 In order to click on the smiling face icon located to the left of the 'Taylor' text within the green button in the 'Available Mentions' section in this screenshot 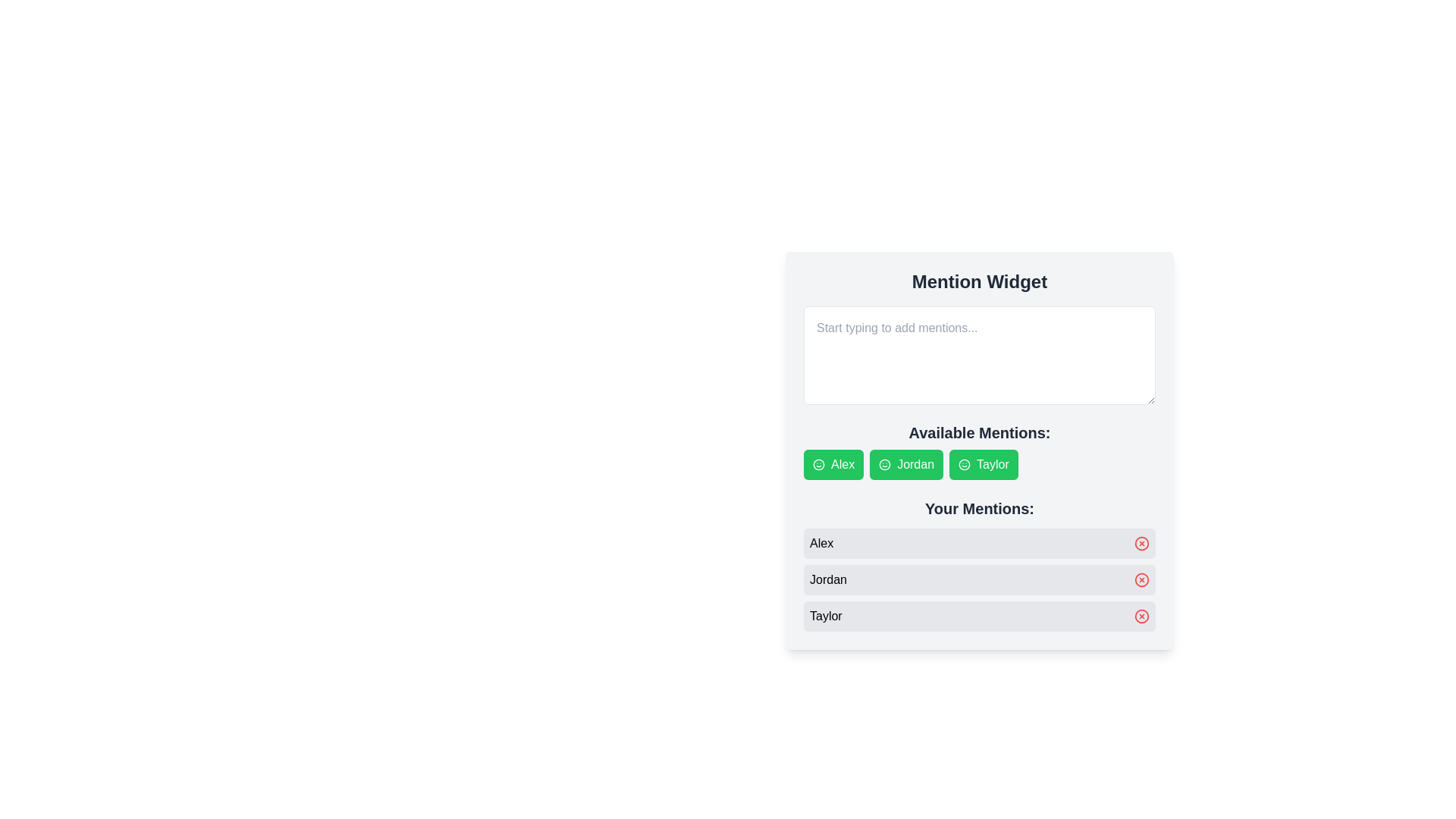, I will do `click(964, 464)`.